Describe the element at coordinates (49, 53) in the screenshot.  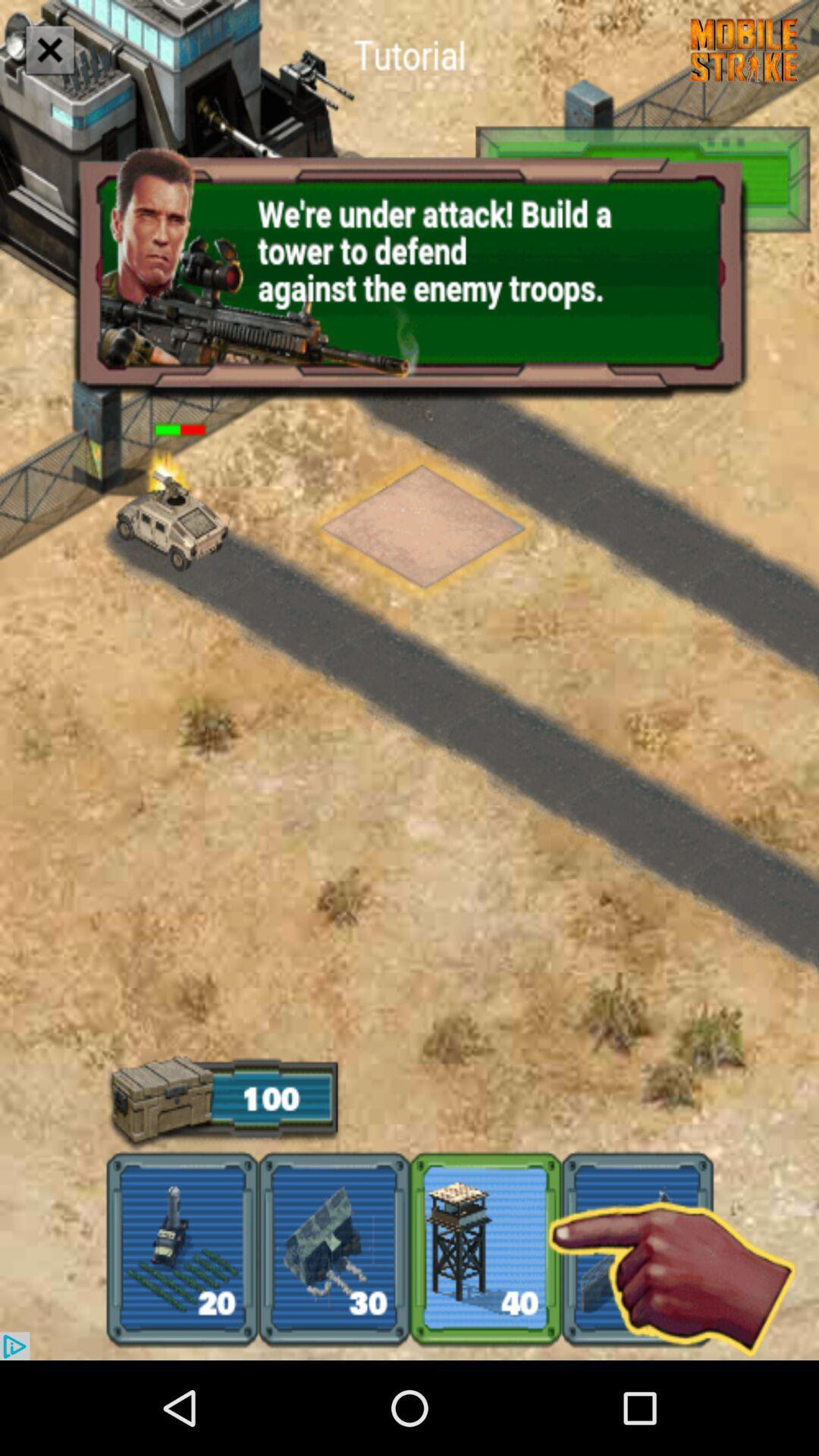
I see `the close icon` at that location.